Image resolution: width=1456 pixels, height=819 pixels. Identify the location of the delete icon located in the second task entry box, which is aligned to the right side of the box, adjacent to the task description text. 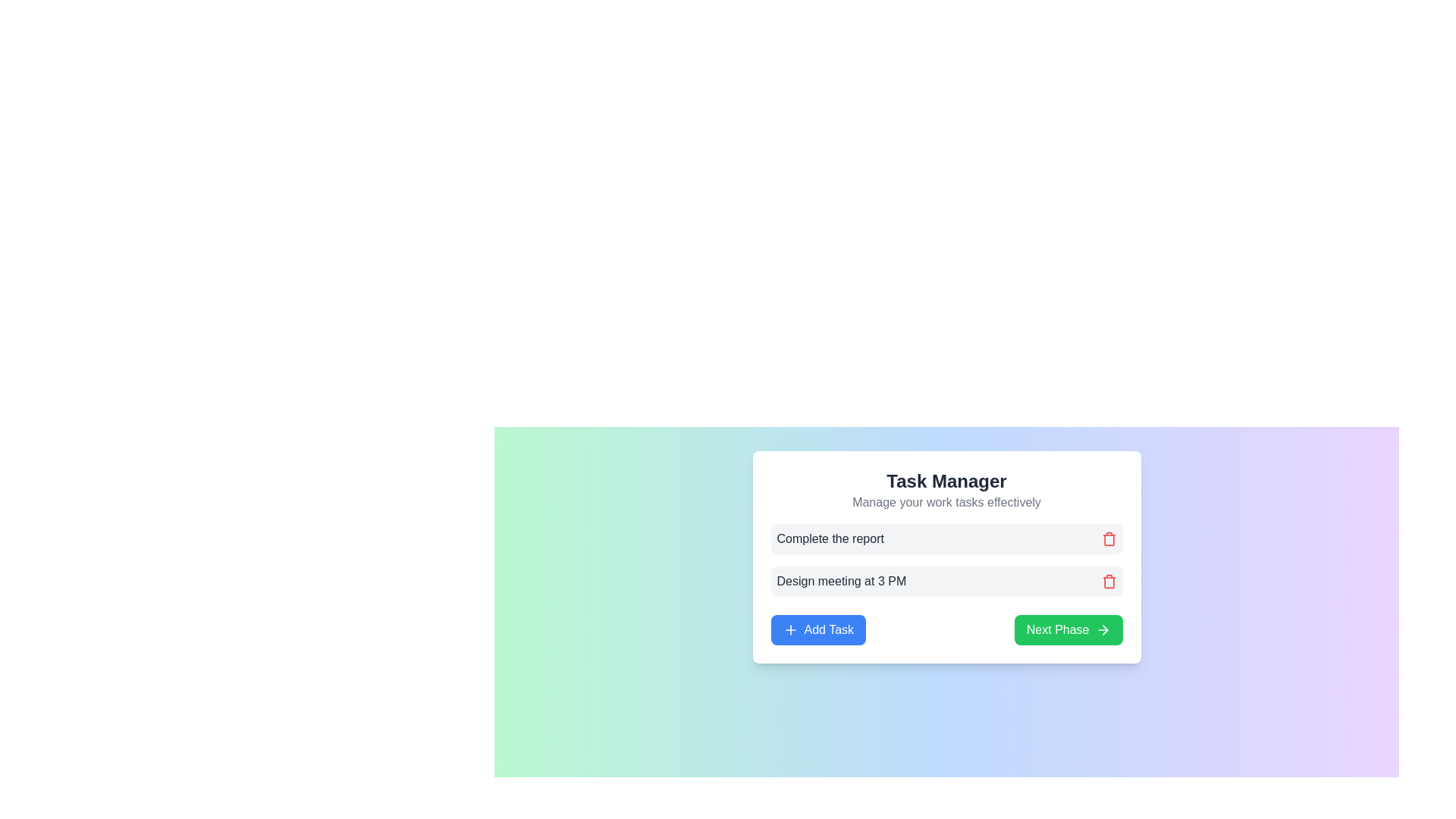
(1109, 539).